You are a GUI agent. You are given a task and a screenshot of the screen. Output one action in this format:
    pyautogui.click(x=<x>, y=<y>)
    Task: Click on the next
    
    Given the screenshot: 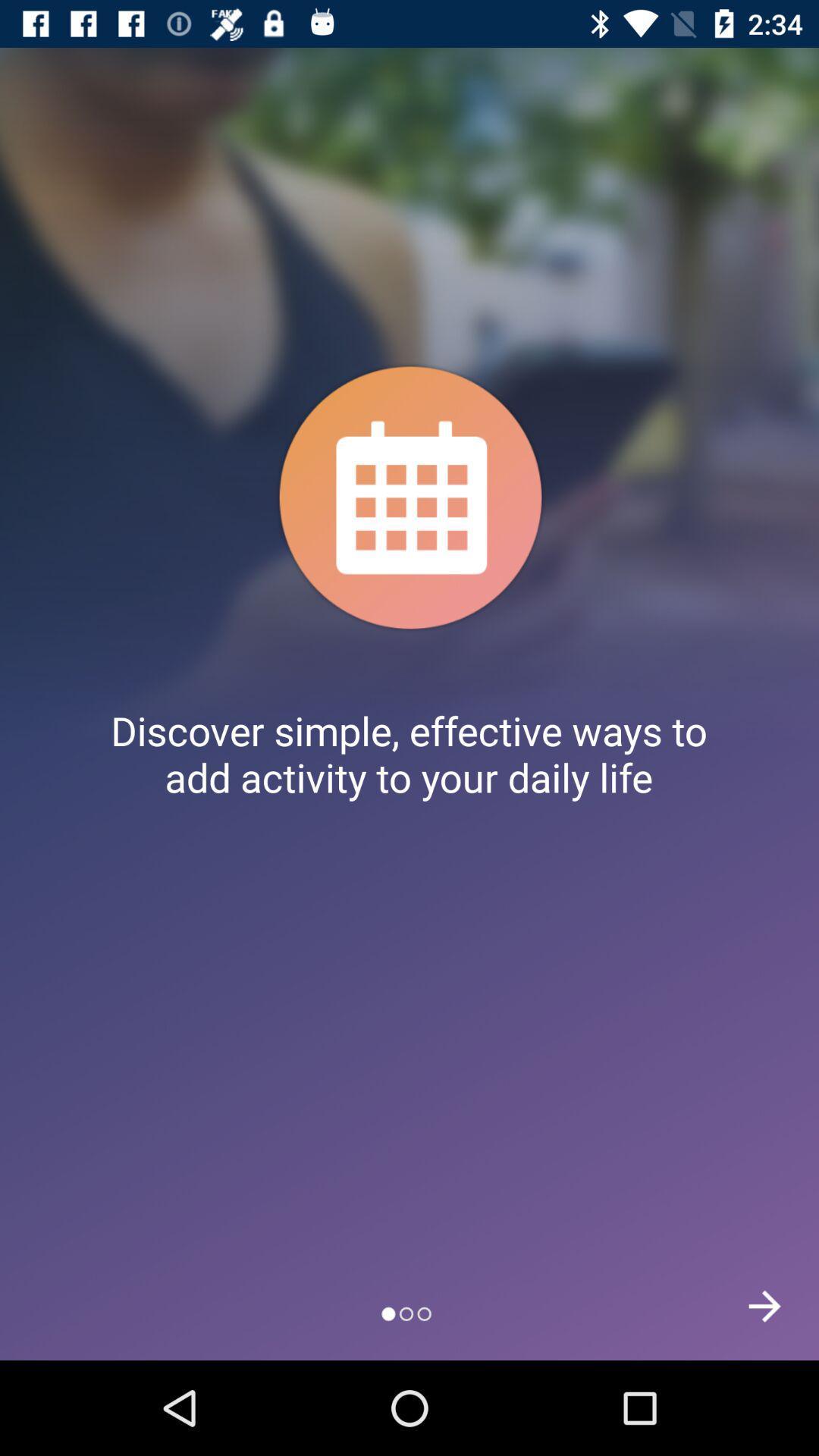 What is the action you would take?
    pyautogui.click(x=764, y=1305)
    